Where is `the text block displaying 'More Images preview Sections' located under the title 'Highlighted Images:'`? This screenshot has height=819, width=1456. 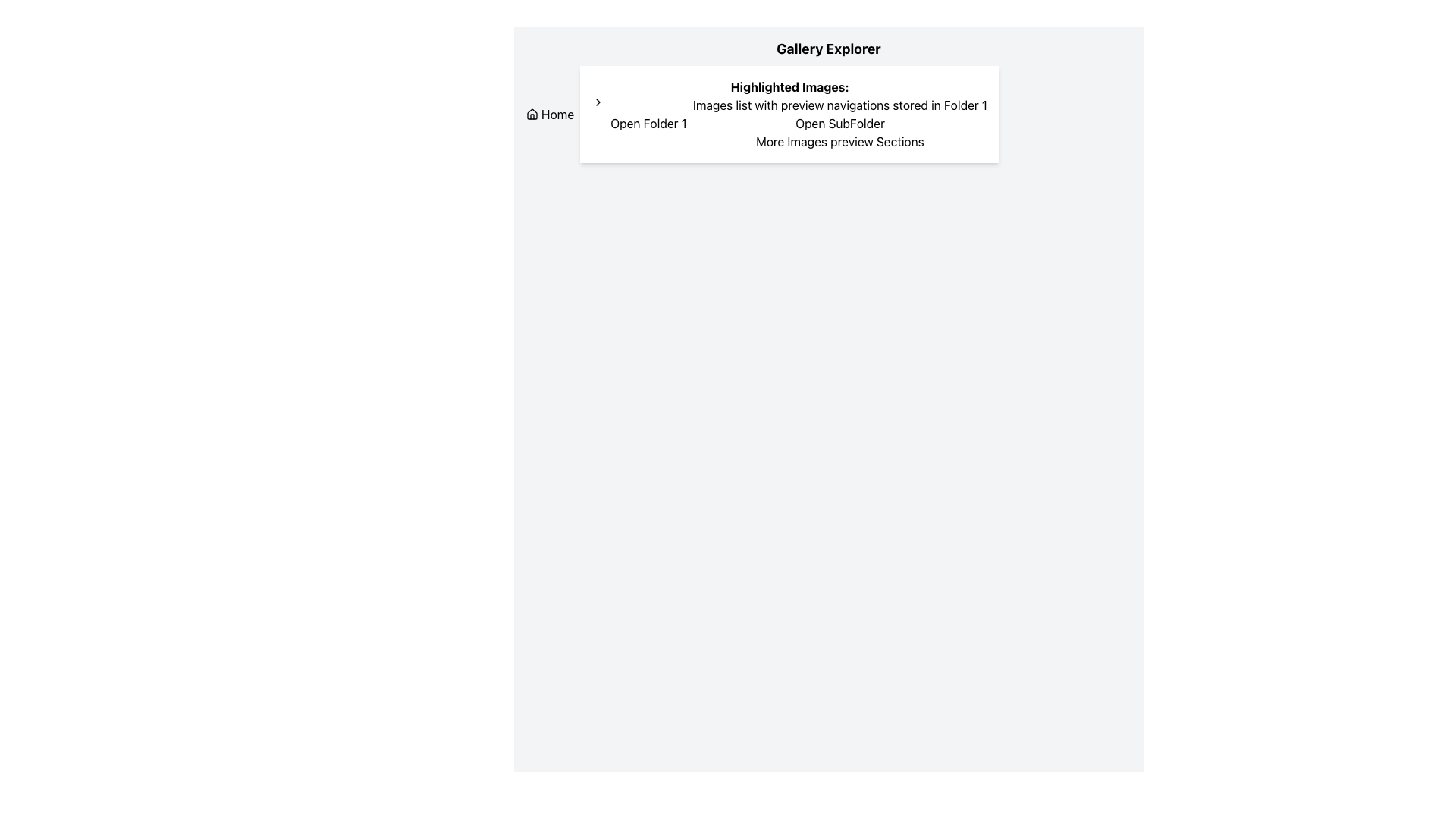
the text block displaying 'More Images preview Sections' located under the title 'Highlighted Images:' is located at coordinates (839, 141).